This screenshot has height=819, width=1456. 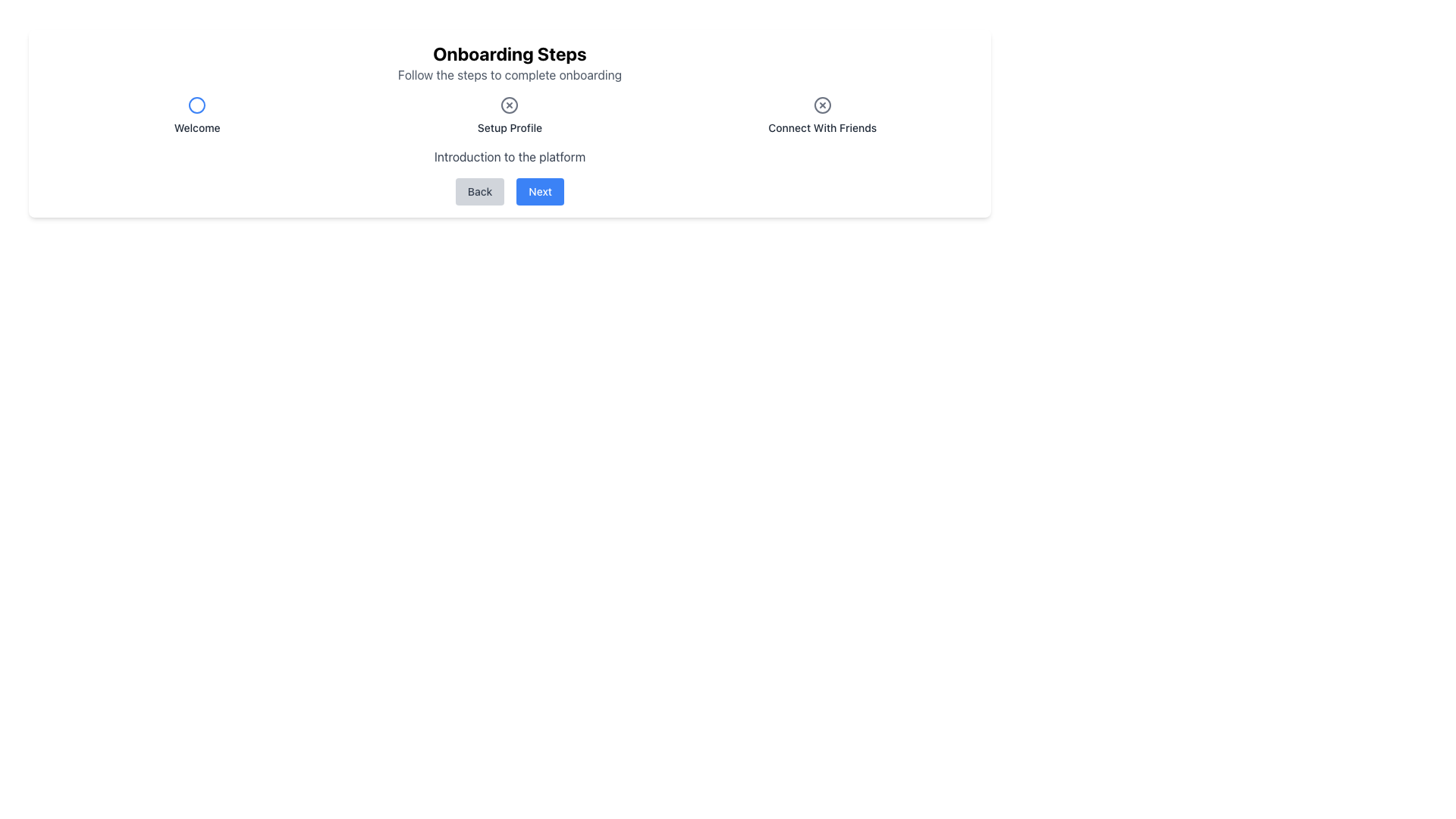 I want to click on SVG Graphic Icon indicating the current status of the step in the 'Connect With Friends' onboarding process, located above the step title text, so click(x=821, y=104).